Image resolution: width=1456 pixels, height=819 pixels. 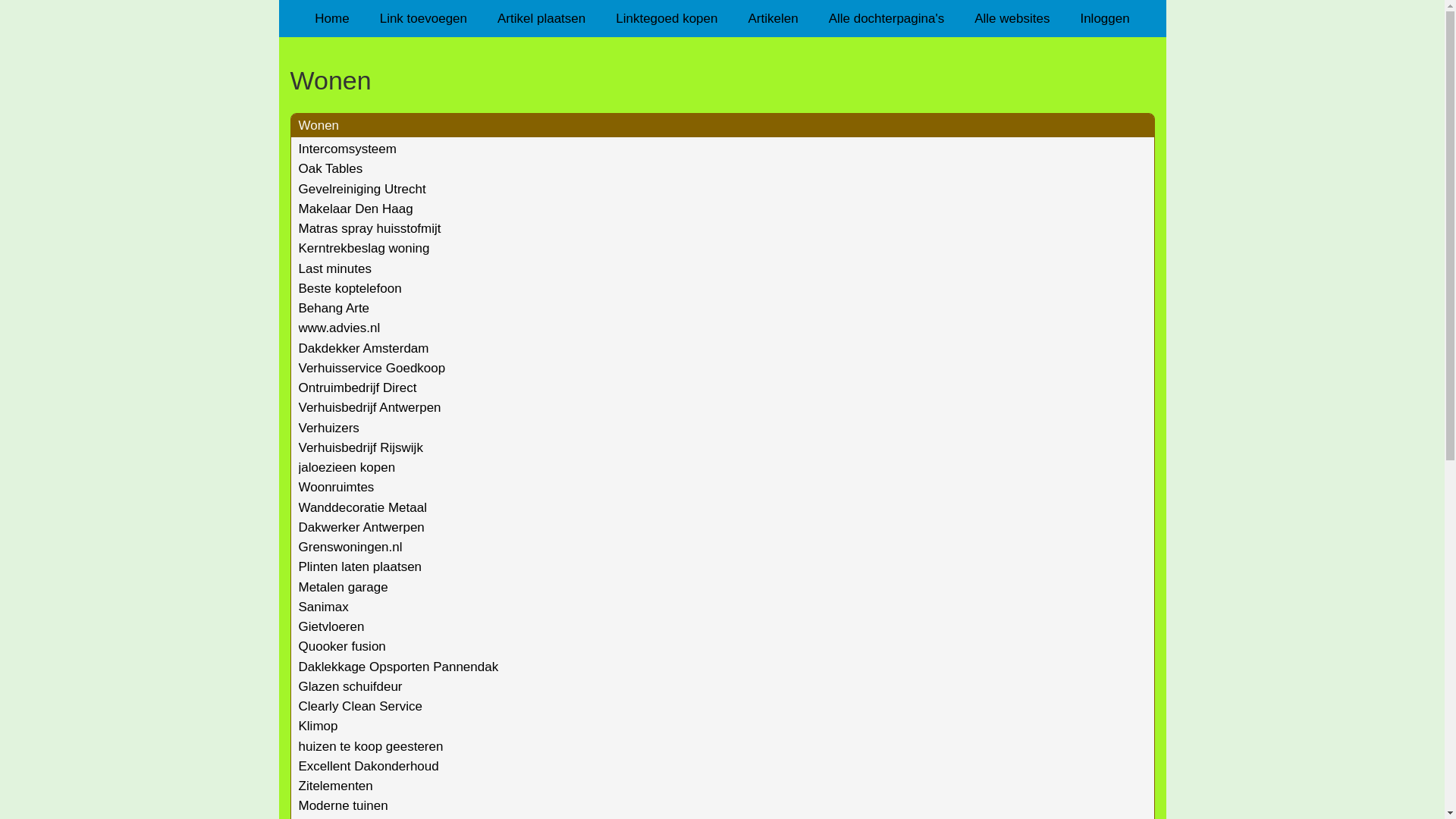 What do you see at coordinates (298, 228) in the screenshot?
I see `'Matras spray huisstofmijt'` at bounding box center [298, 228].